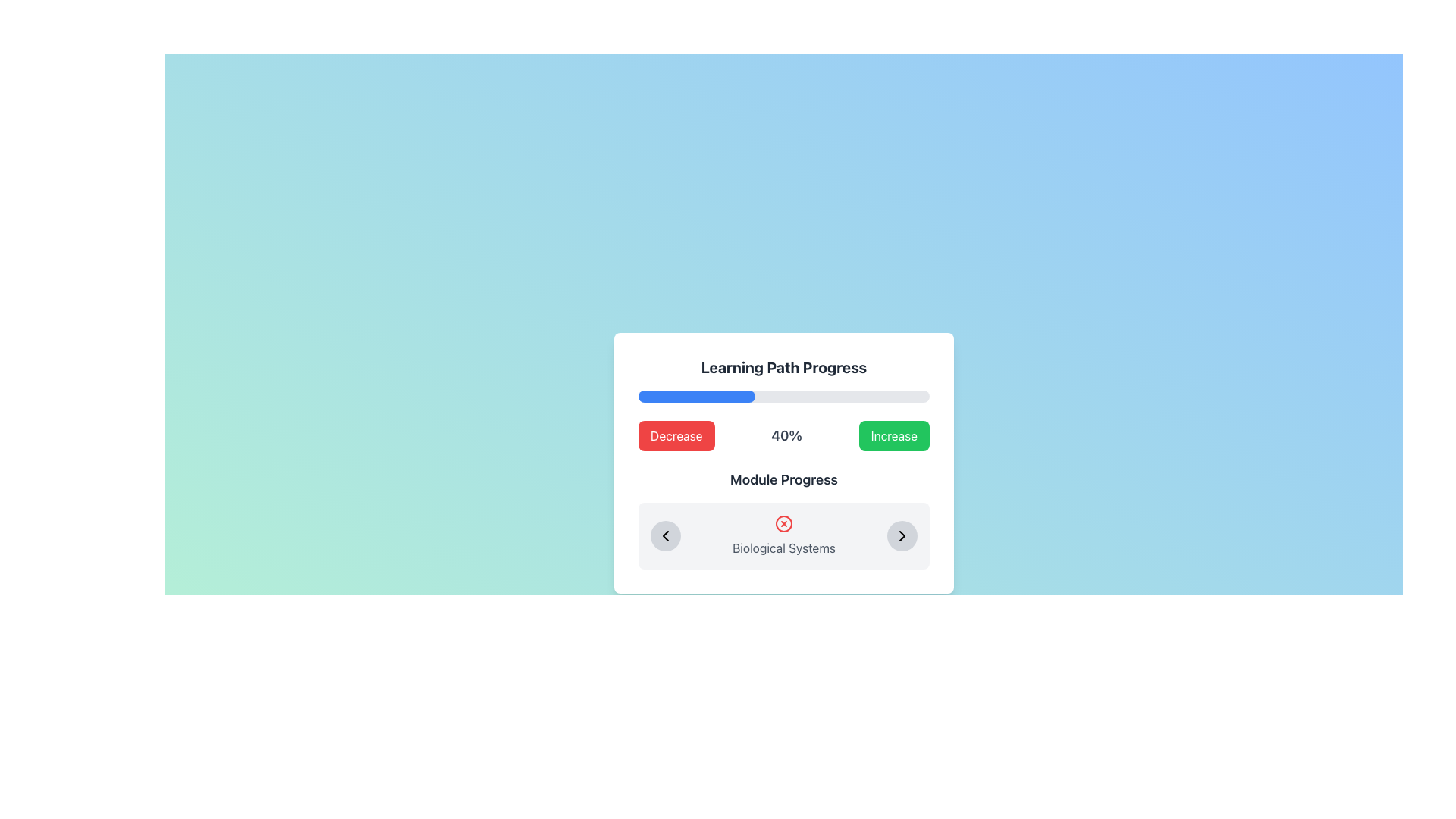 Image resolution: width=1456 pixels, height=819 pixels. I want to click on the text label displaying '40%' that is centrally positioned between the 'Decrease' and 'Increase' buttons, so click(786, 435).